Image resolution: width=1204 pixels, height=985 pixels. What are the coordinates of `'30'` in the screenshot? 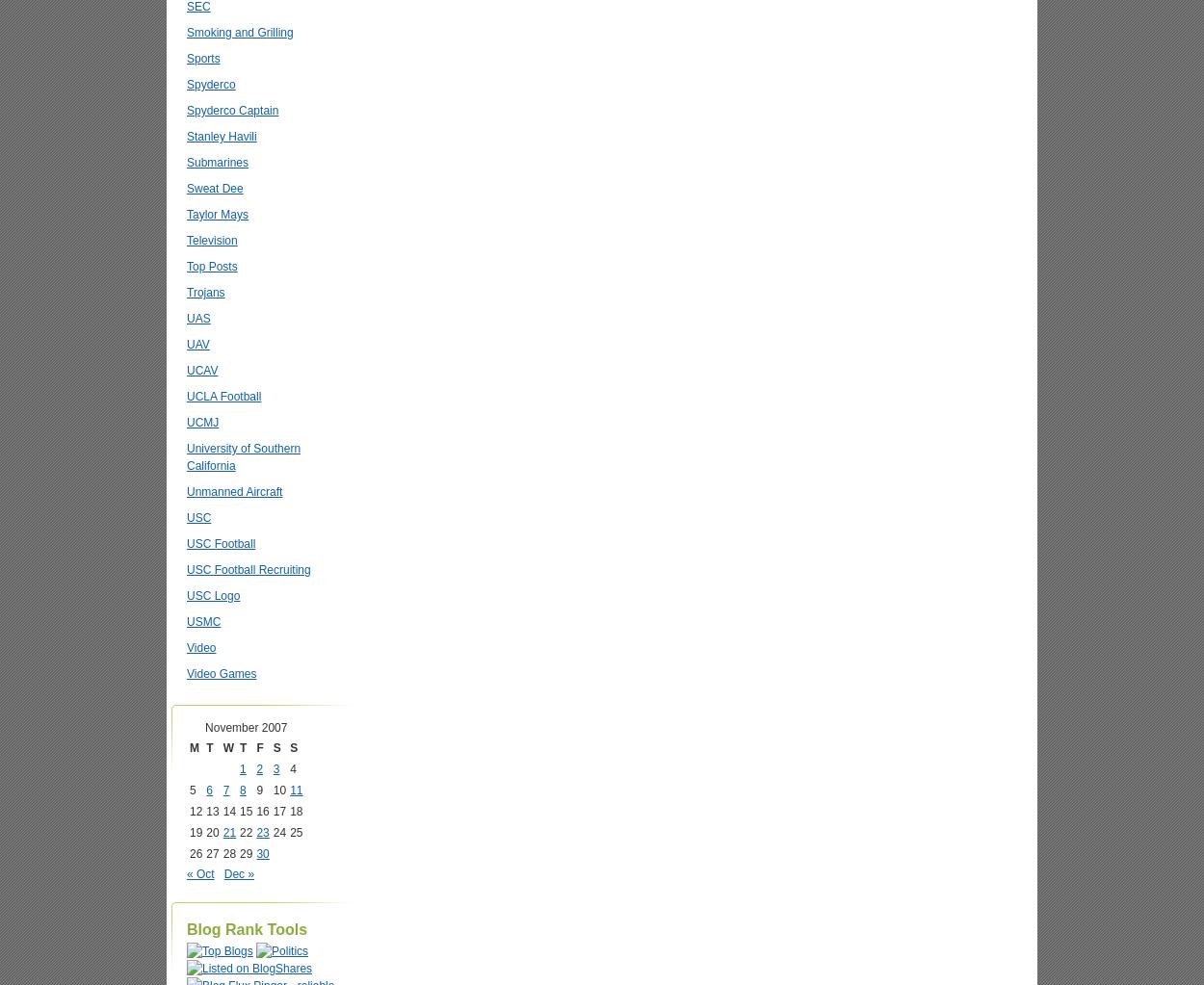 It's located at (262, 854).